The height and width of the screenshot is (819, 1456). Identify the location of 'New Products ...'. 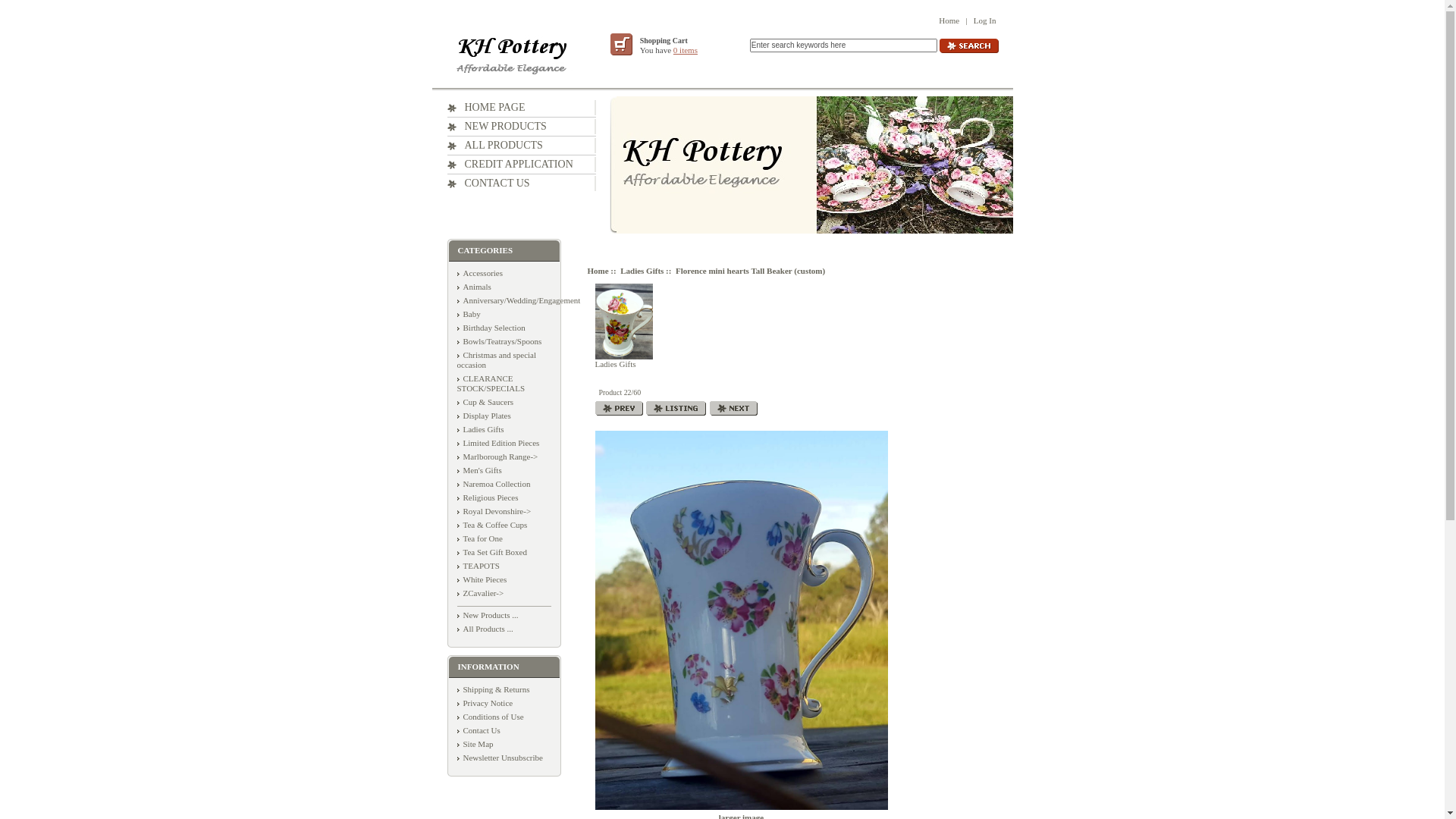
(487, 614).